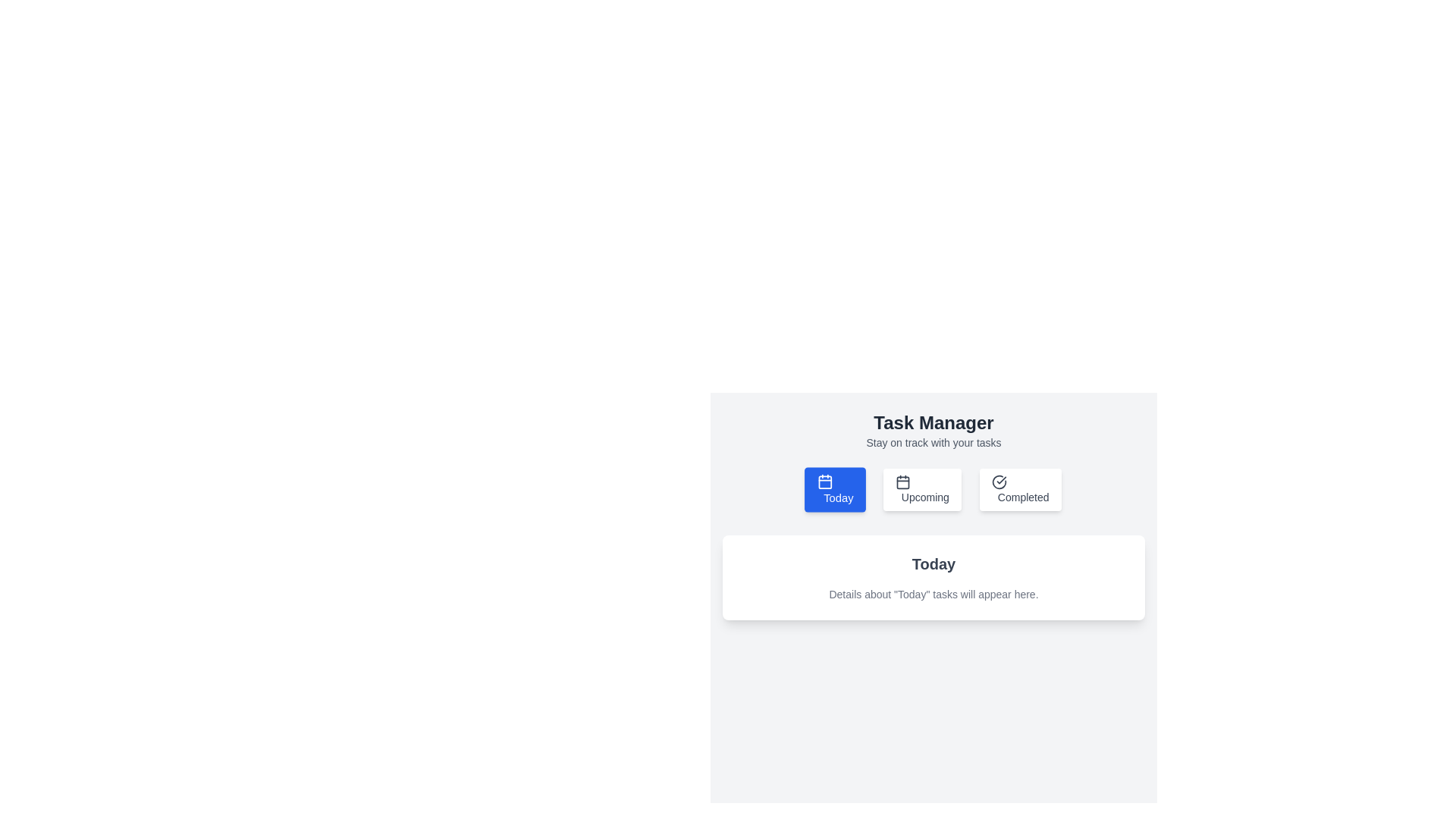 This screenshot has height=819, width=1456. Describe the element at coordinates (835, 489) in the screenshot. I see `the prominent 'Today' button with a blue background and white text` at that location.